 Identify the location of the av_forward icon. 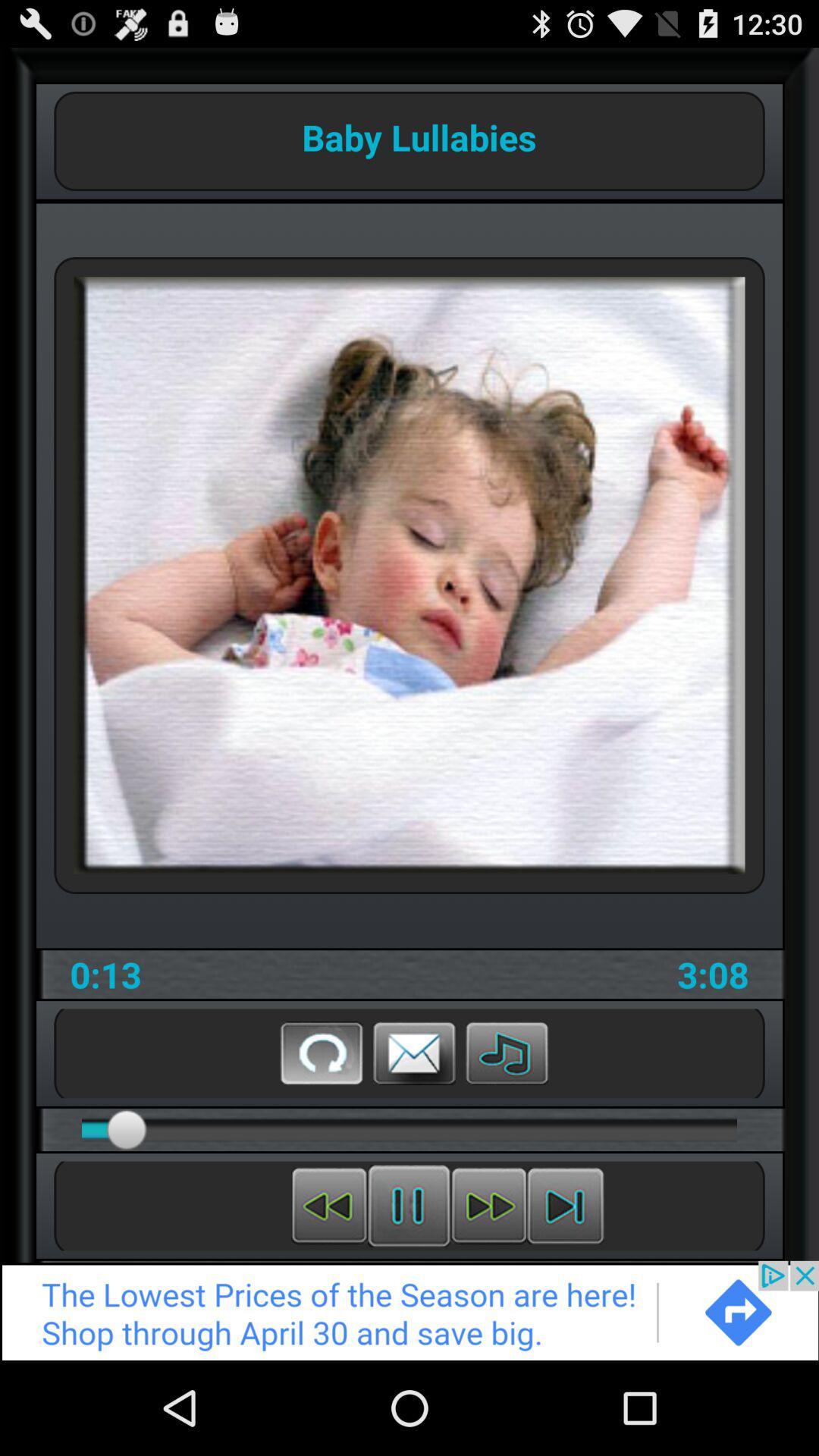
(488, 1290).